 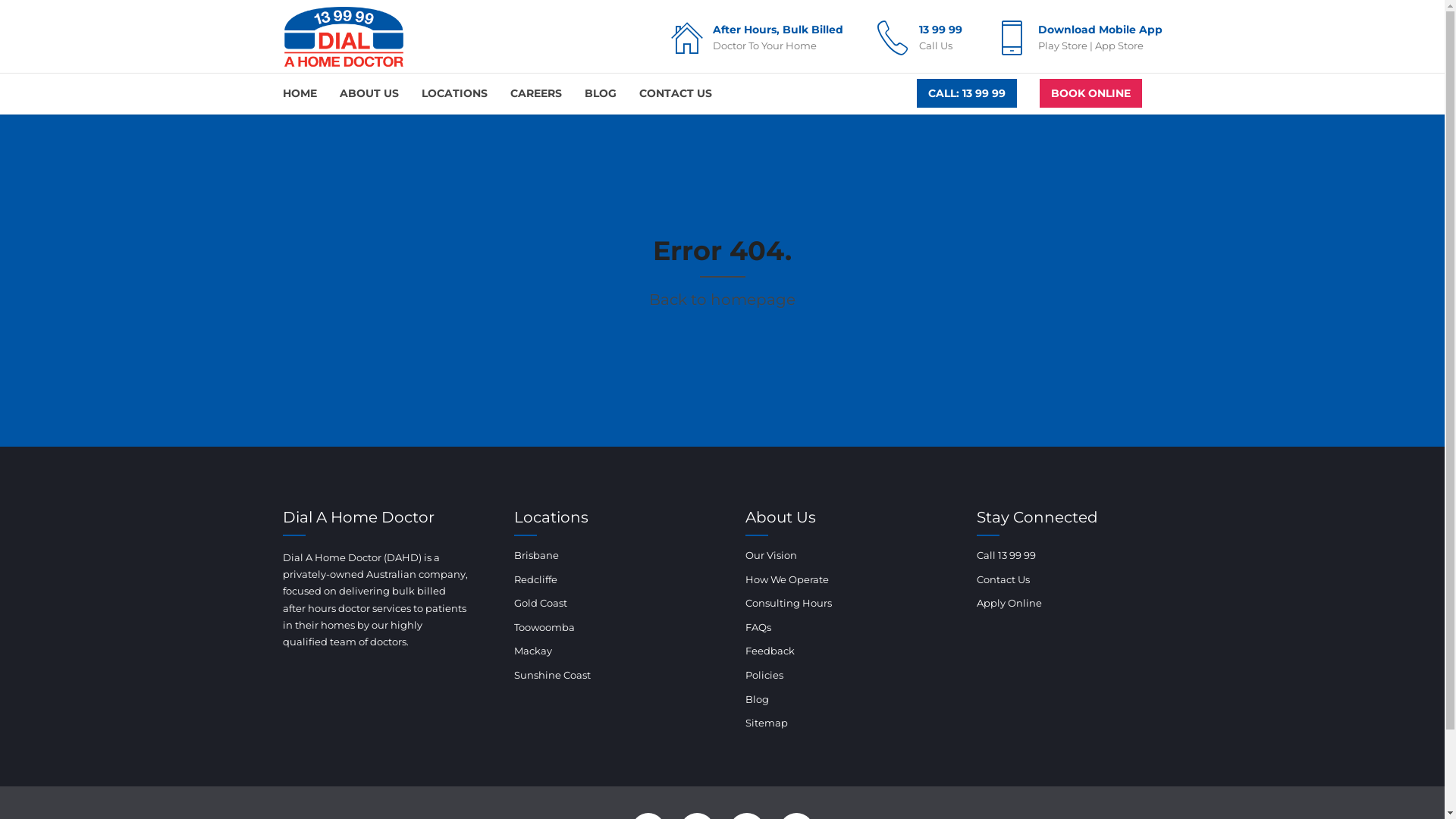 What do you see at coordinates (673, 93) in the screenshot?
I see `'CONTACT US'` at bounding box center [673, 93].